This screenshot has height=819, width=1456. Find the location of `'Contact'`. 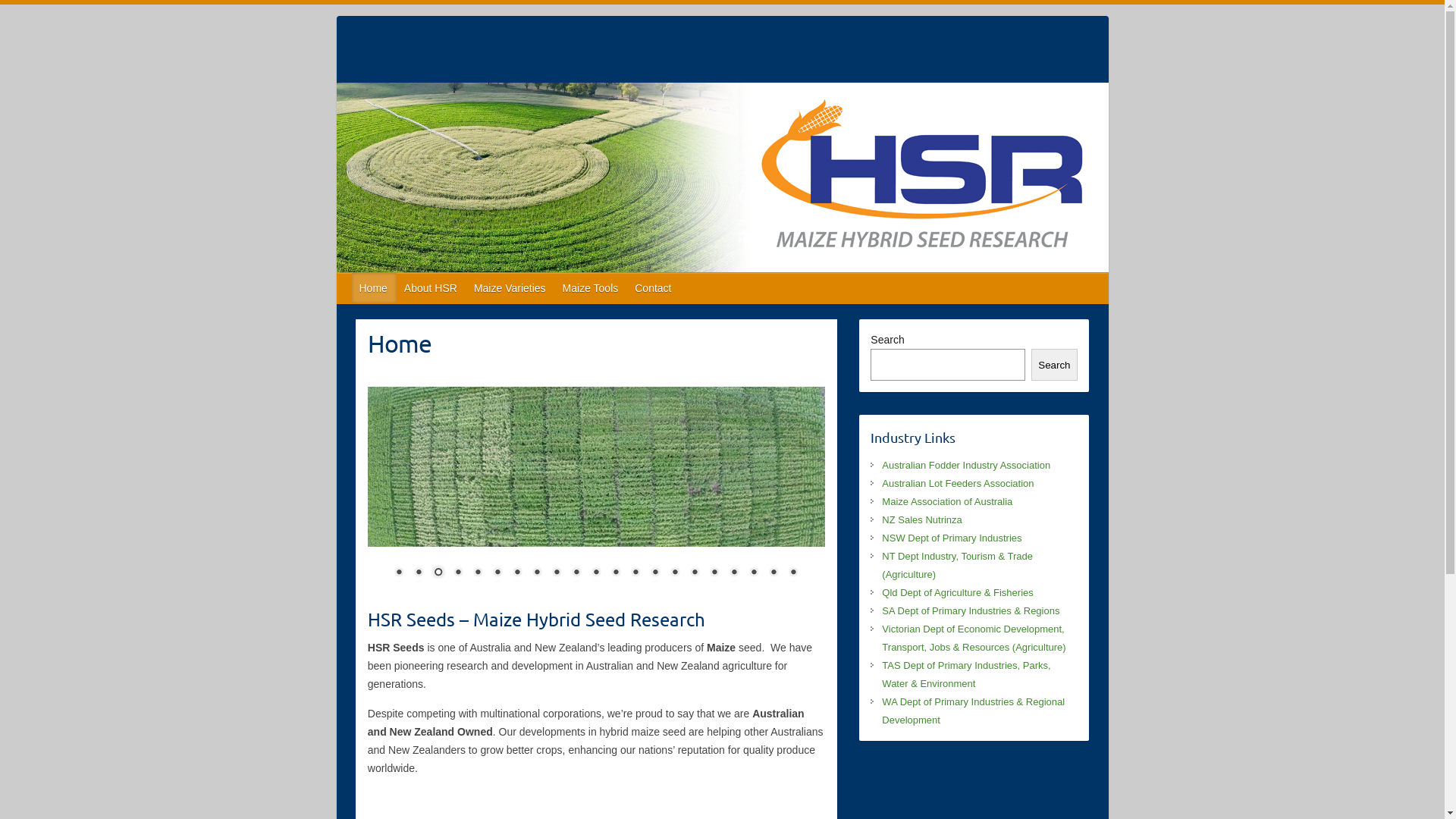

'Contact' is located at coordinates (654, 288).